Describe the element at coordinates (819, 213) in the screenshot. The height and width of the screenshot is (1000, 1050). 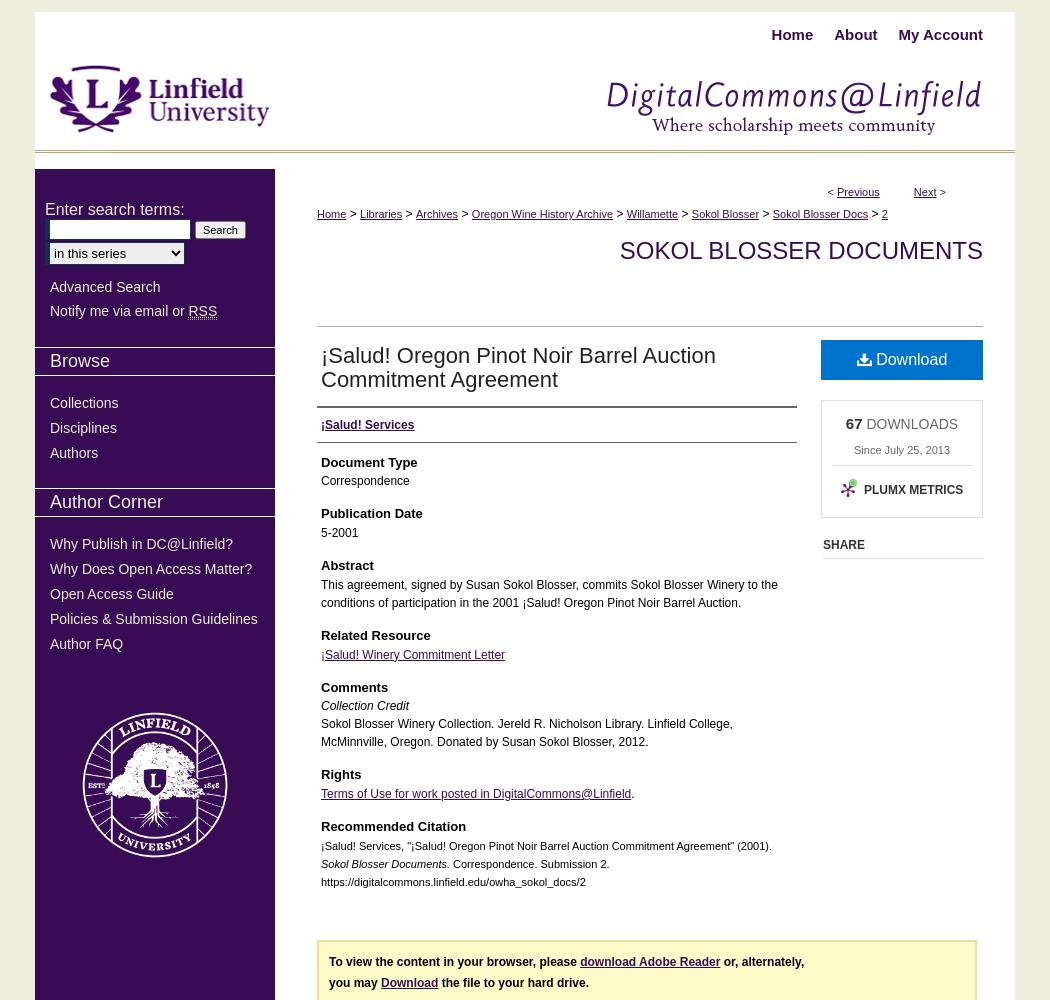
I see `'Sokol Blosser Docs'` at that location.